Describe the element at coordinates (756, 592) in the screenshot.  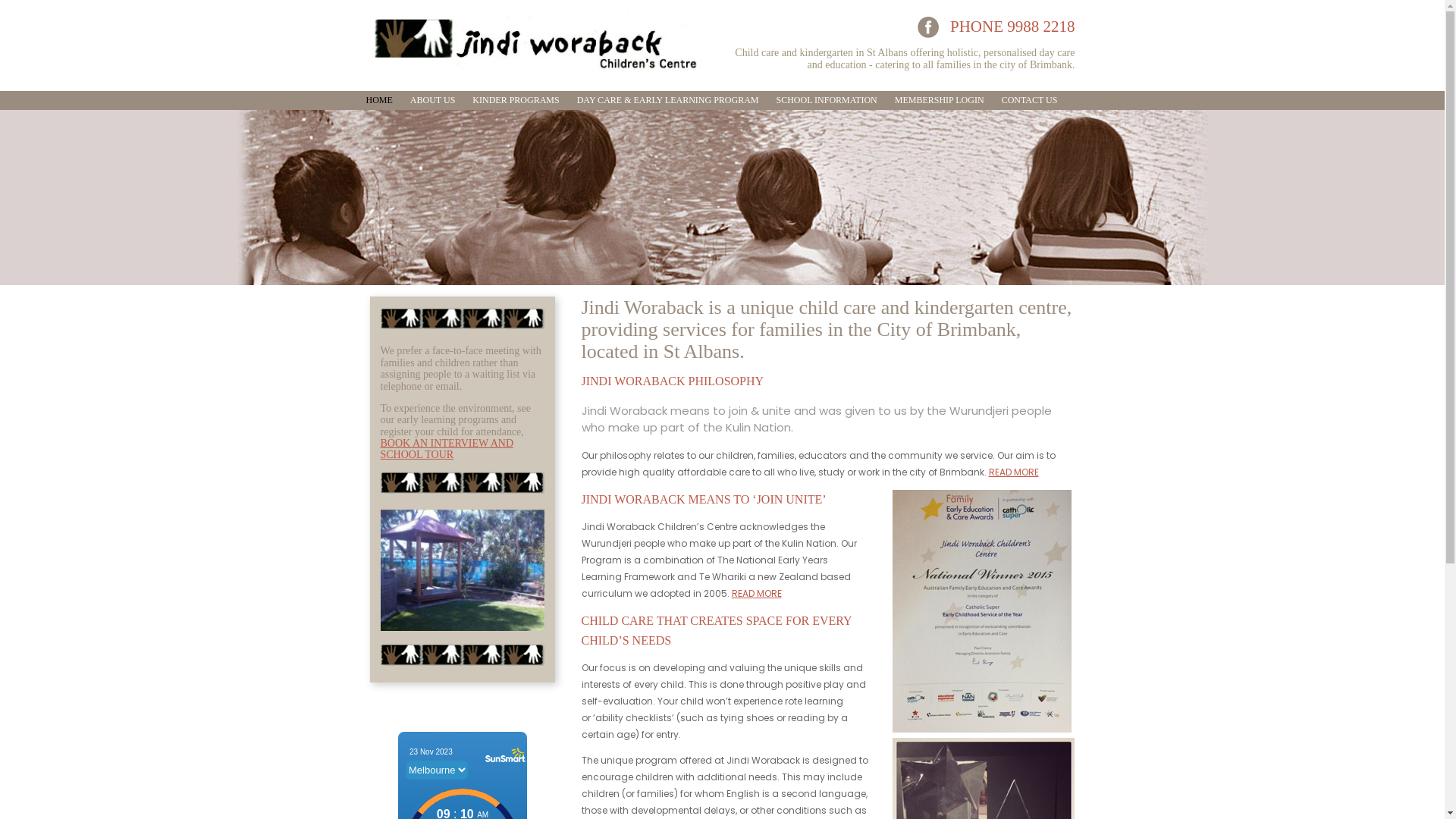
I see `'READ MORE'` at that location.